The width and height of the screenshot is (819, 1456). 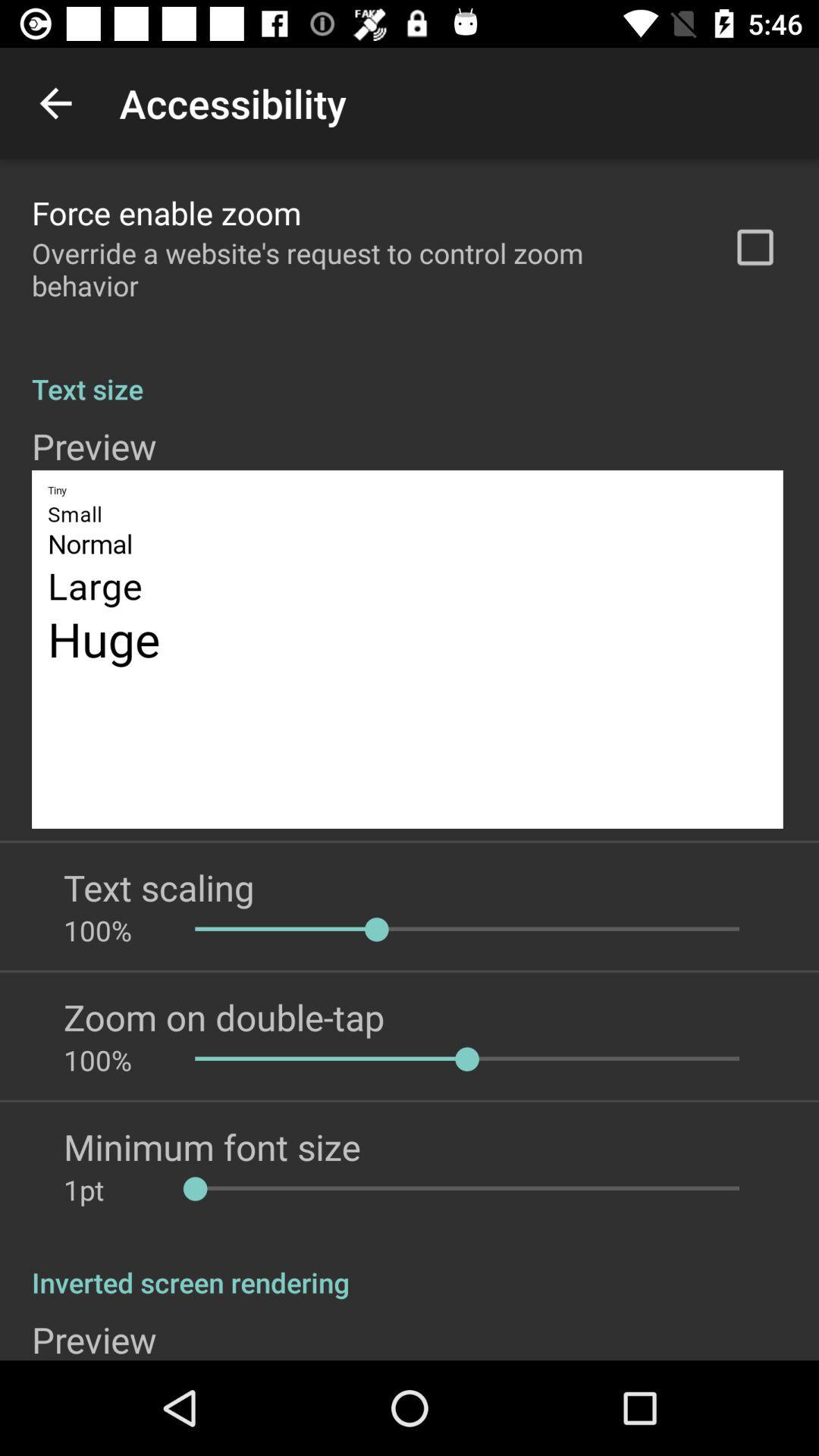 I want to click on app above 100% icon, so click(x=224, y=1017).